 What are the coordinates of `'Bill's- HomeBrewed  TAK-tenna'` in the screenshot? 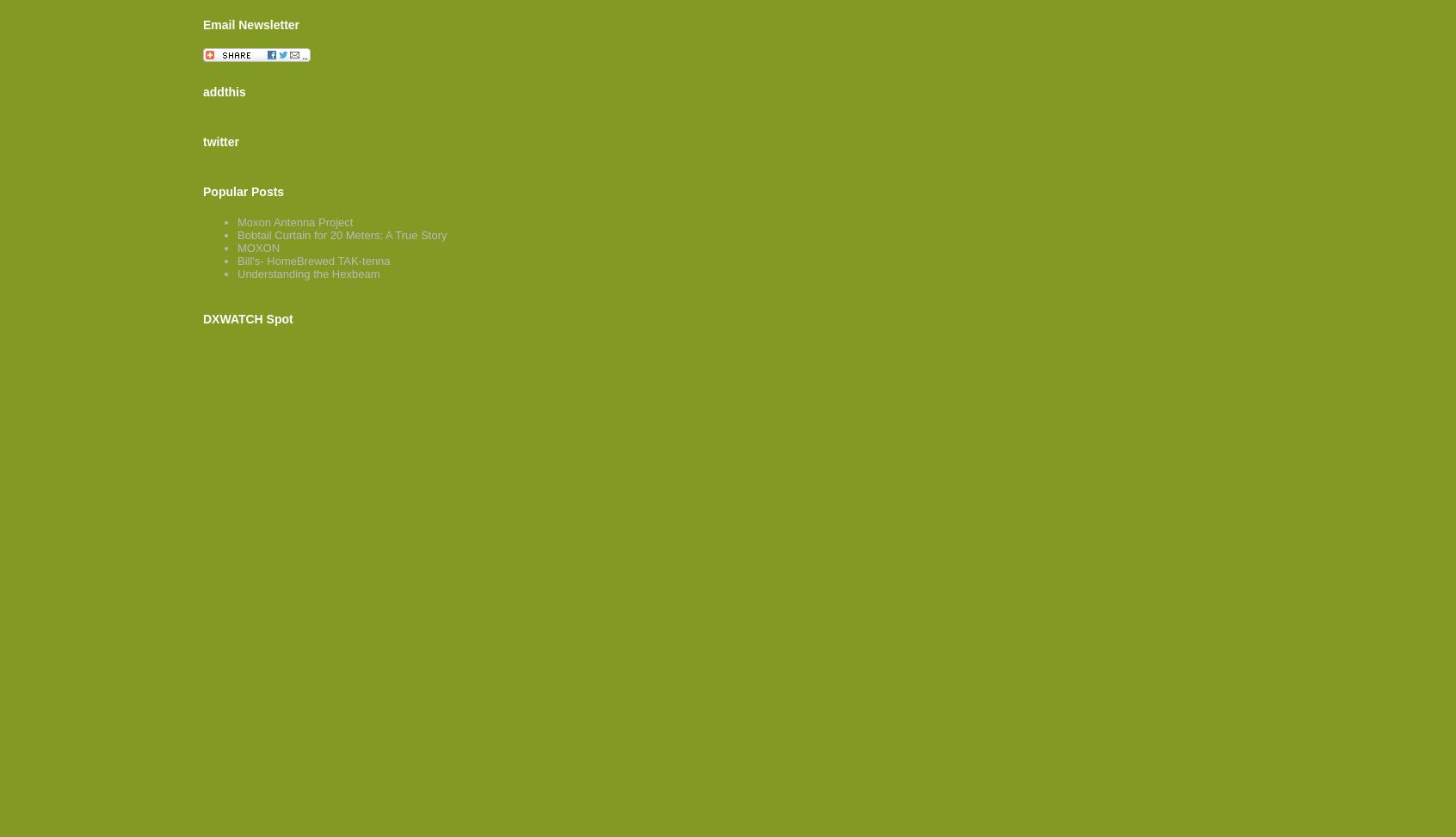 It's located at (237, 261).